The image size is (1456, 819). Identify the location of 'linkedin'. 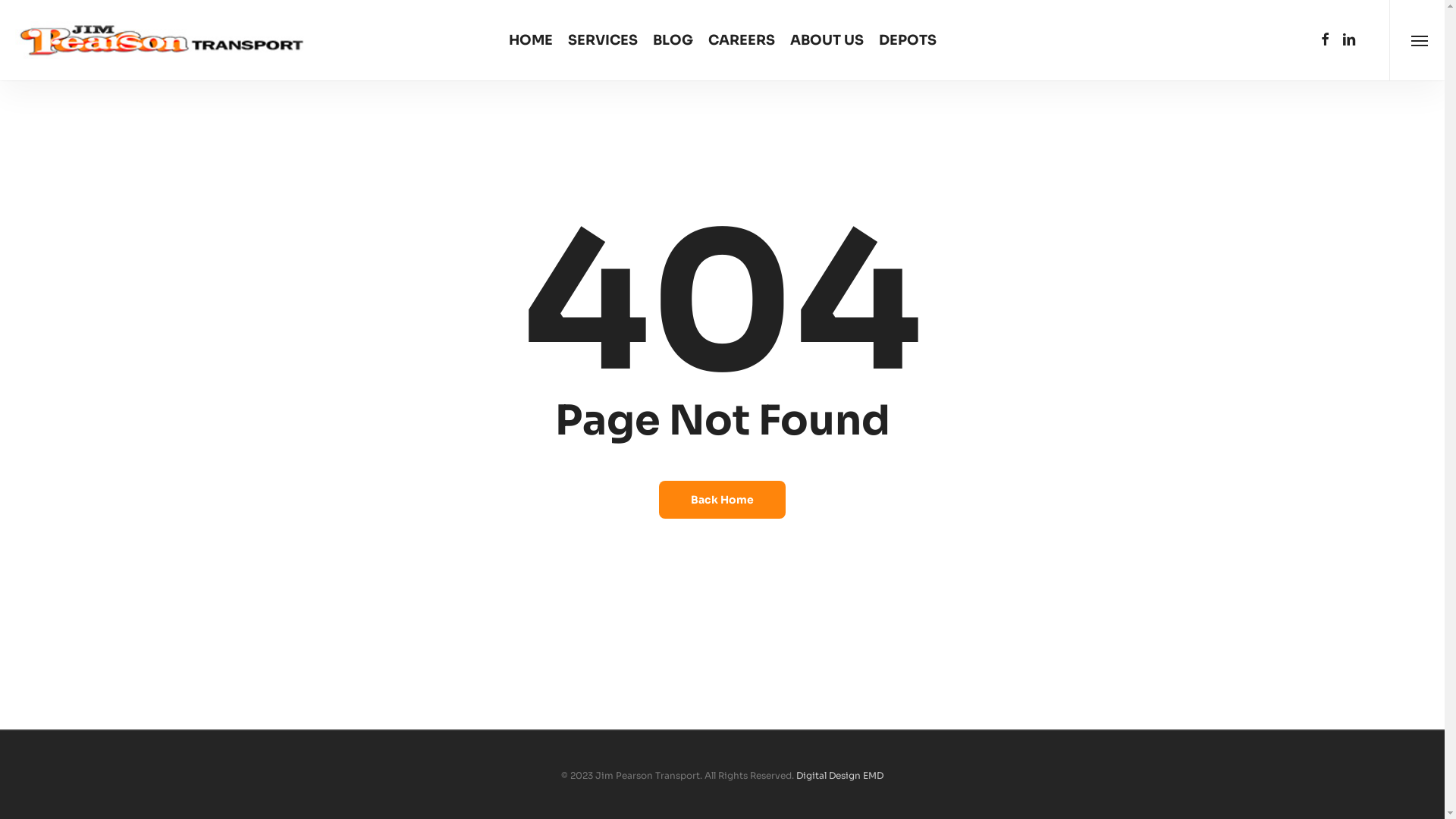
(1349, 39).